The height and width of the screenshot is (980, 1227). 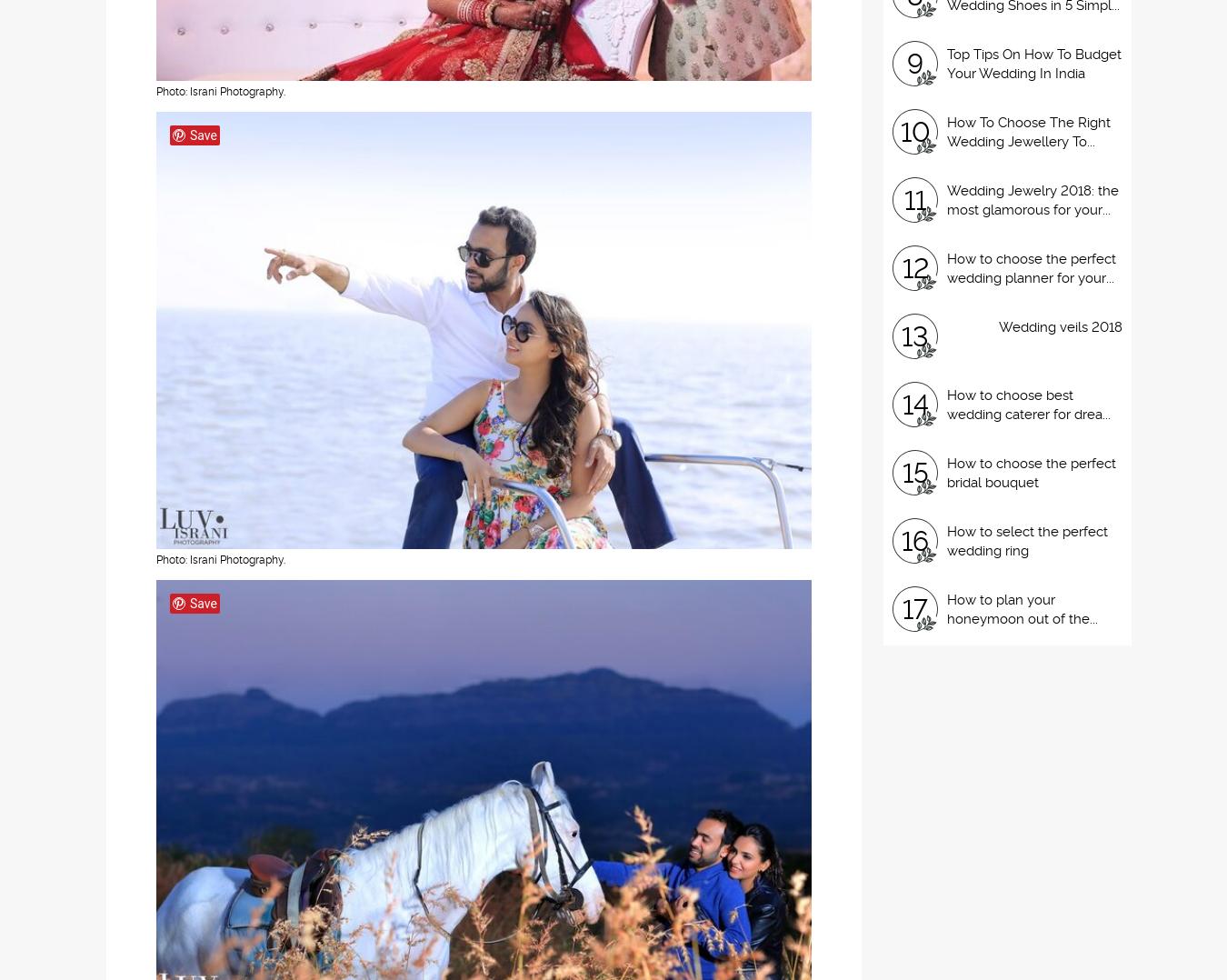 I want to click on 'Mailys and Berlin have shown the world that a long distance relationship can still work when people are in love.', so click(x=740, y=165).